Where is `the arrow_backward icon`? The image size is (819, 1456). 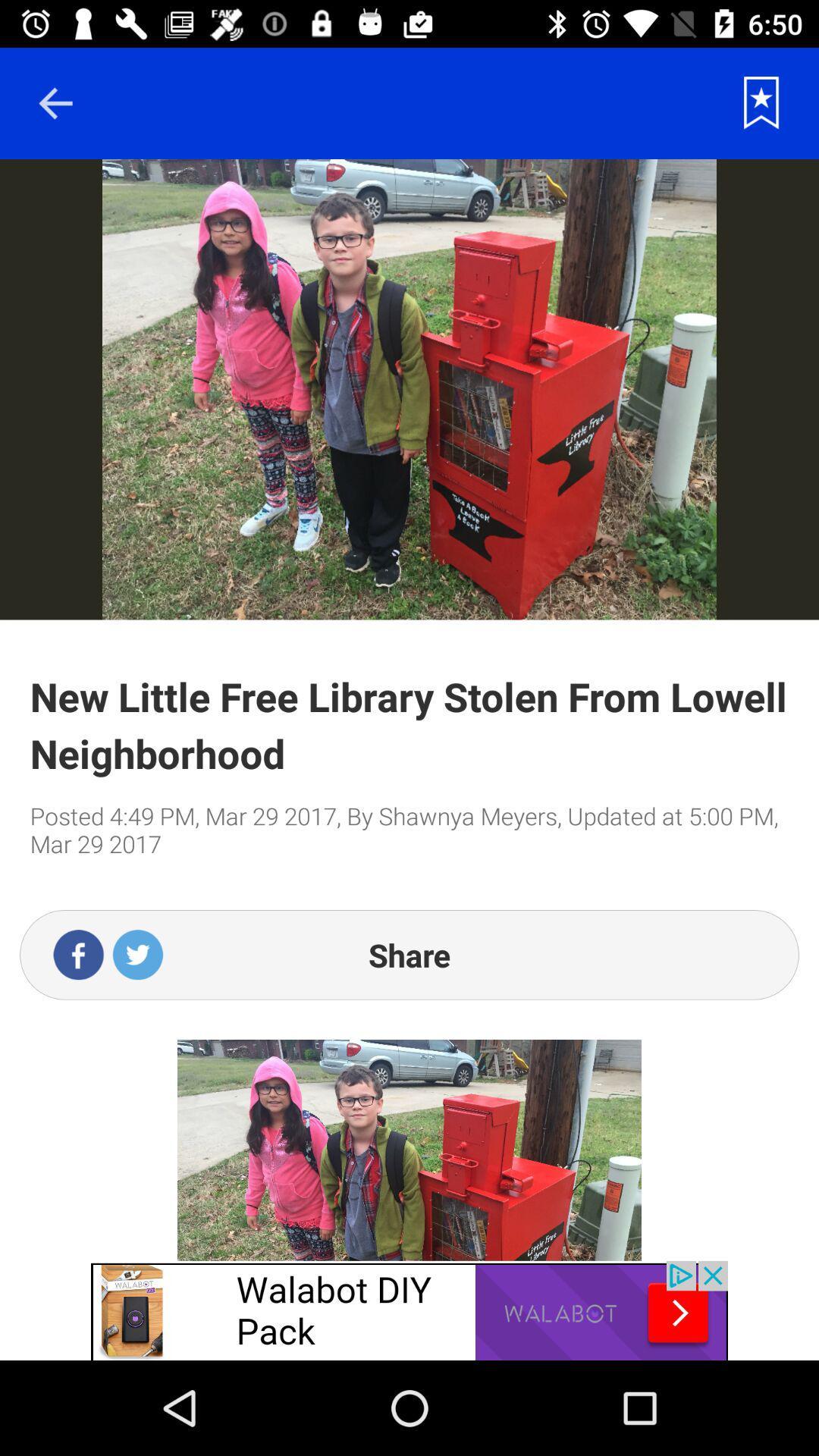 the arrow_backward icon is located at coordinates (55, 102).